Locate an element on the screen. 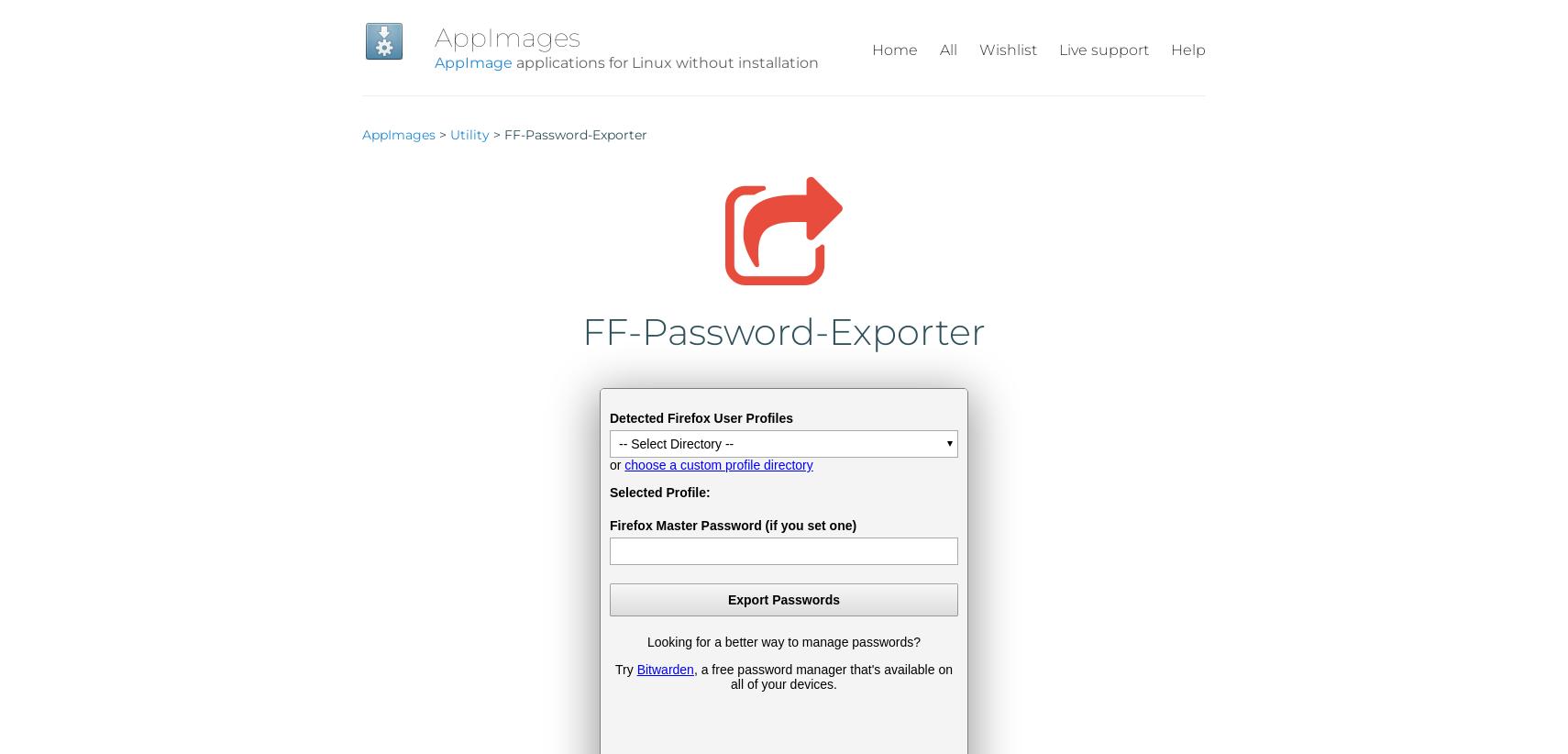  'All' is located at coordinates (947, 50).